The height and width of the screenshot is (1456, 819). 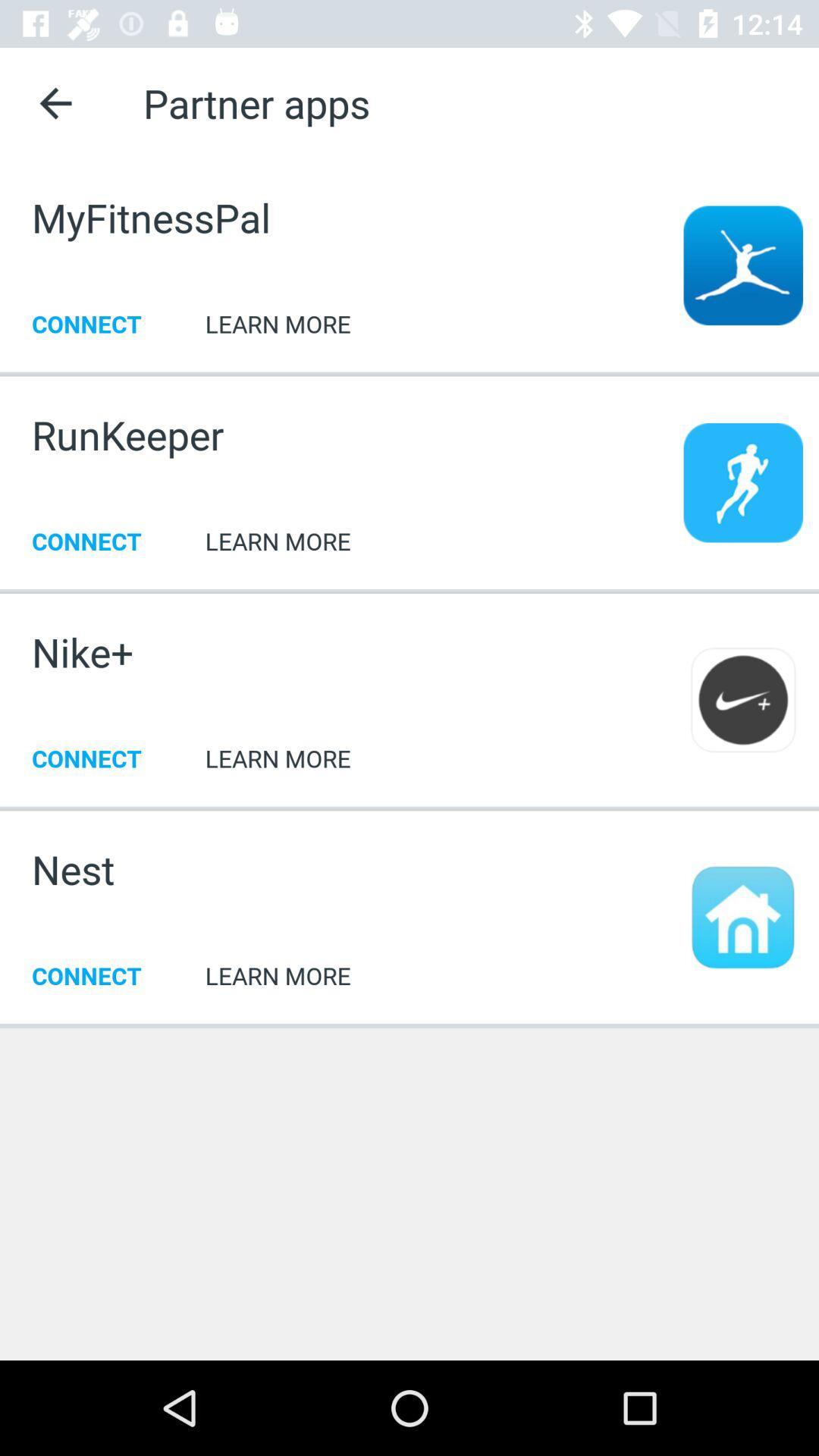 What do you see at coordinates (73, 869) in the screenshot?
I see `the icon above the connect item` at bounding box center [73, 869].